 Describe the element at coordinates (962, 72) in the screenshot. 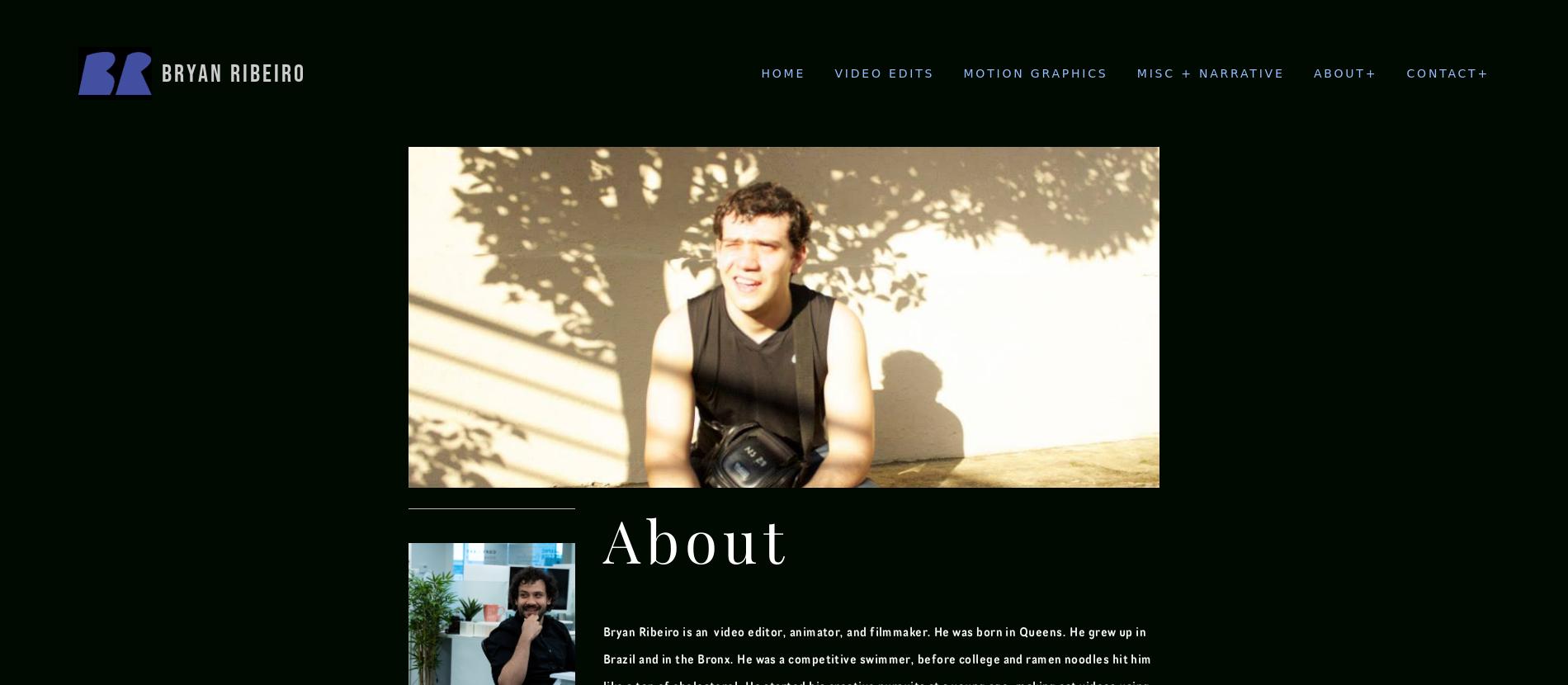

I see `'Motion Graphics'` at that location.